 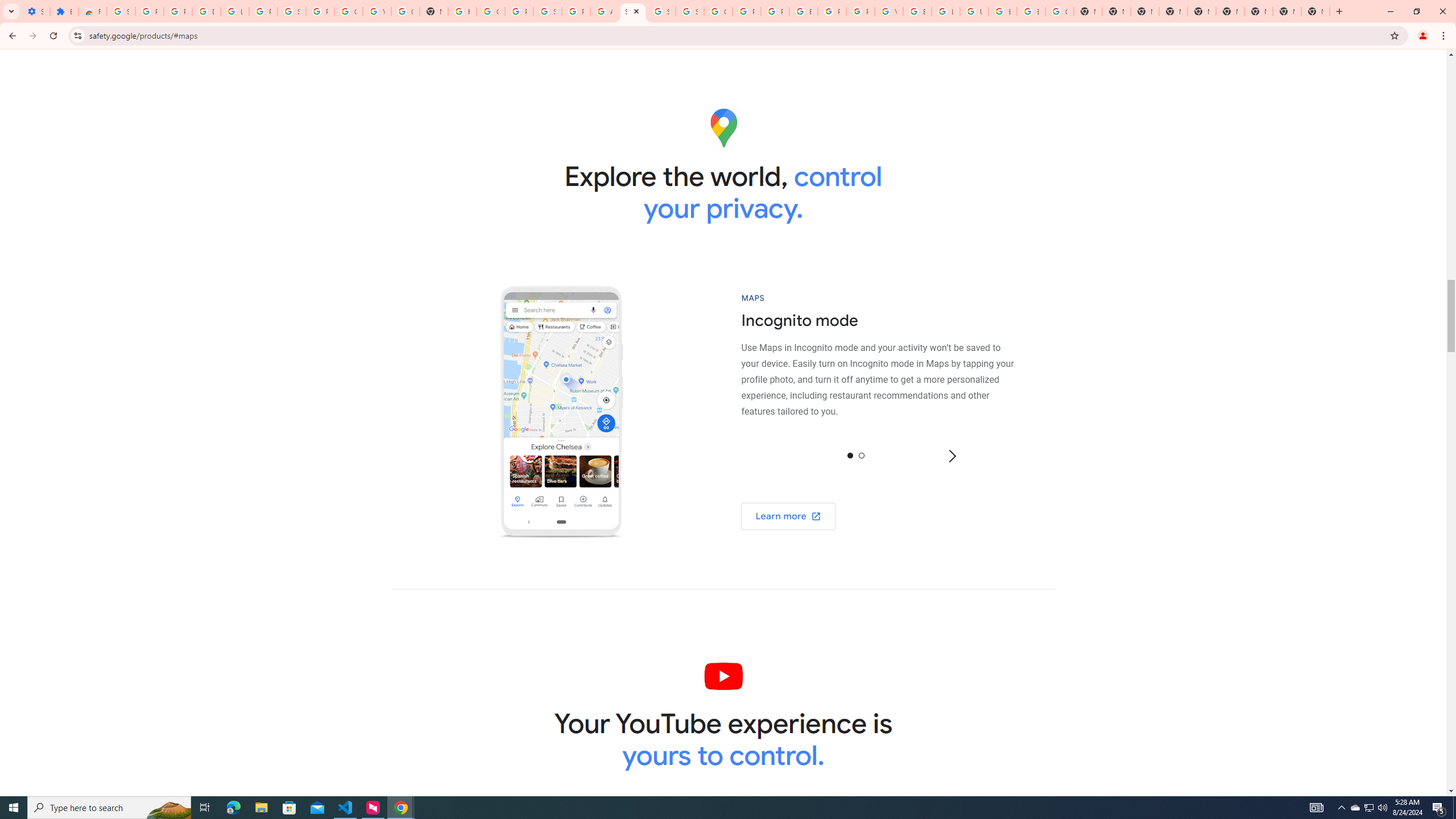 What do you see at coordinates (861, 454) in the screenshot?
I see `'1'` at bounding box center [861, 454].